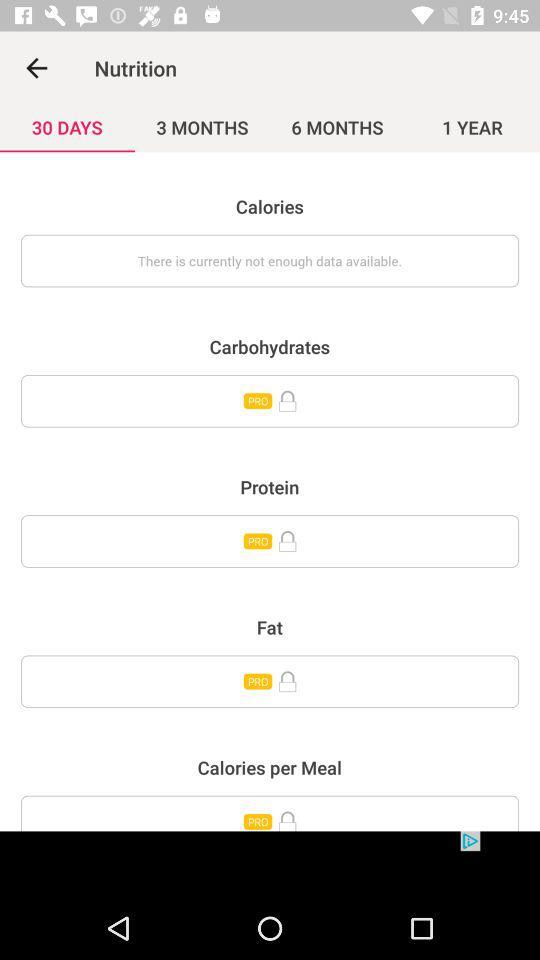 This screenshot has height=960, width=540. What do you see at coordinates (270, 813) in the screenshot?
I see `open pro plan` at bounding box center [270, 813].